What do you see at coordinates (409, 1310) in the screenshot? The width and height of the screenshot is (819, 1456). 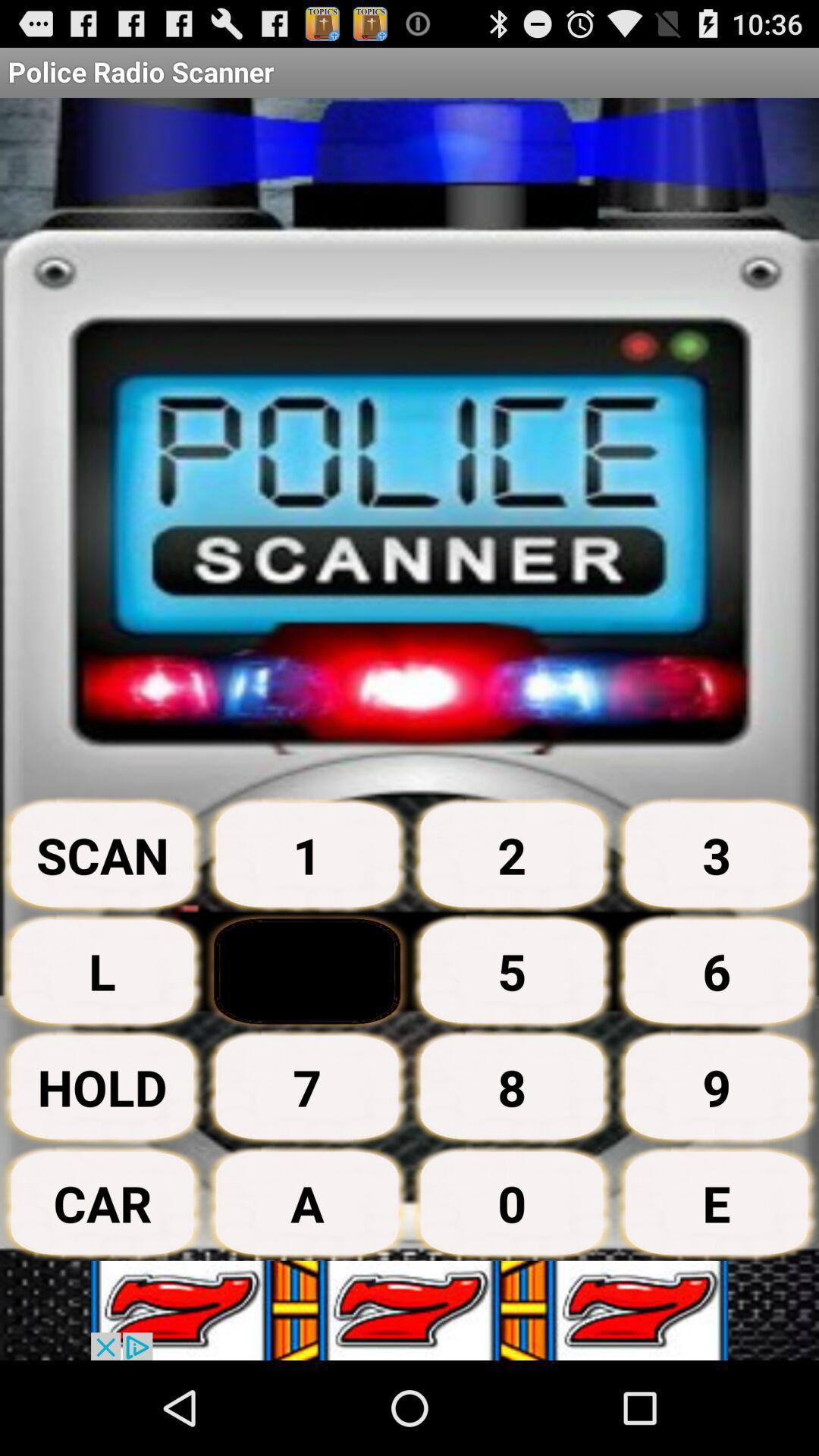 I see `advertisement` at bounding box center [409, 1310].